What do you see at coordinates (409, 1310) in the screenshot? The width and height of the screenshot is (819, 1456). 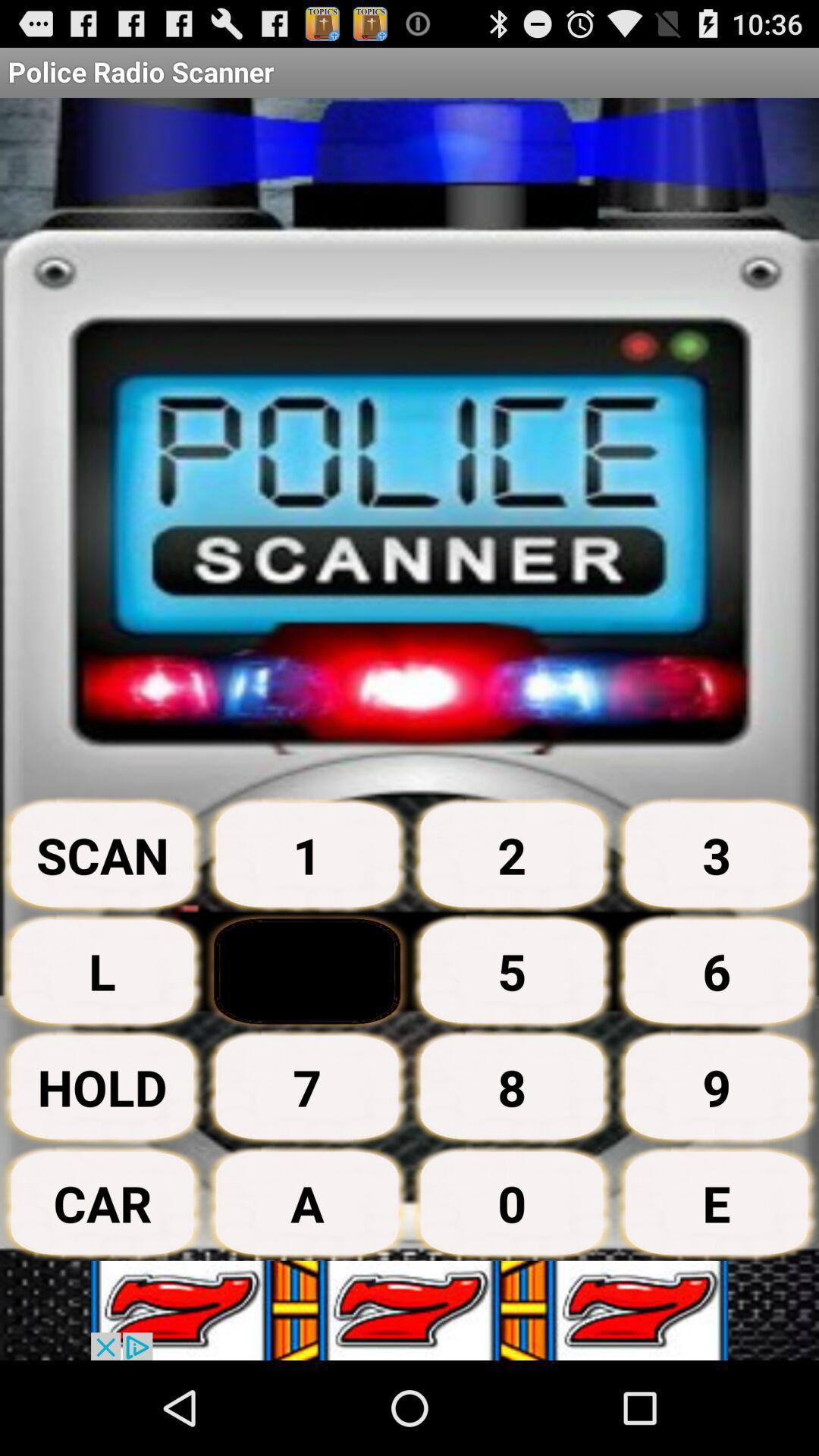 I see `advertisement` at bounding box center [409, 1310].